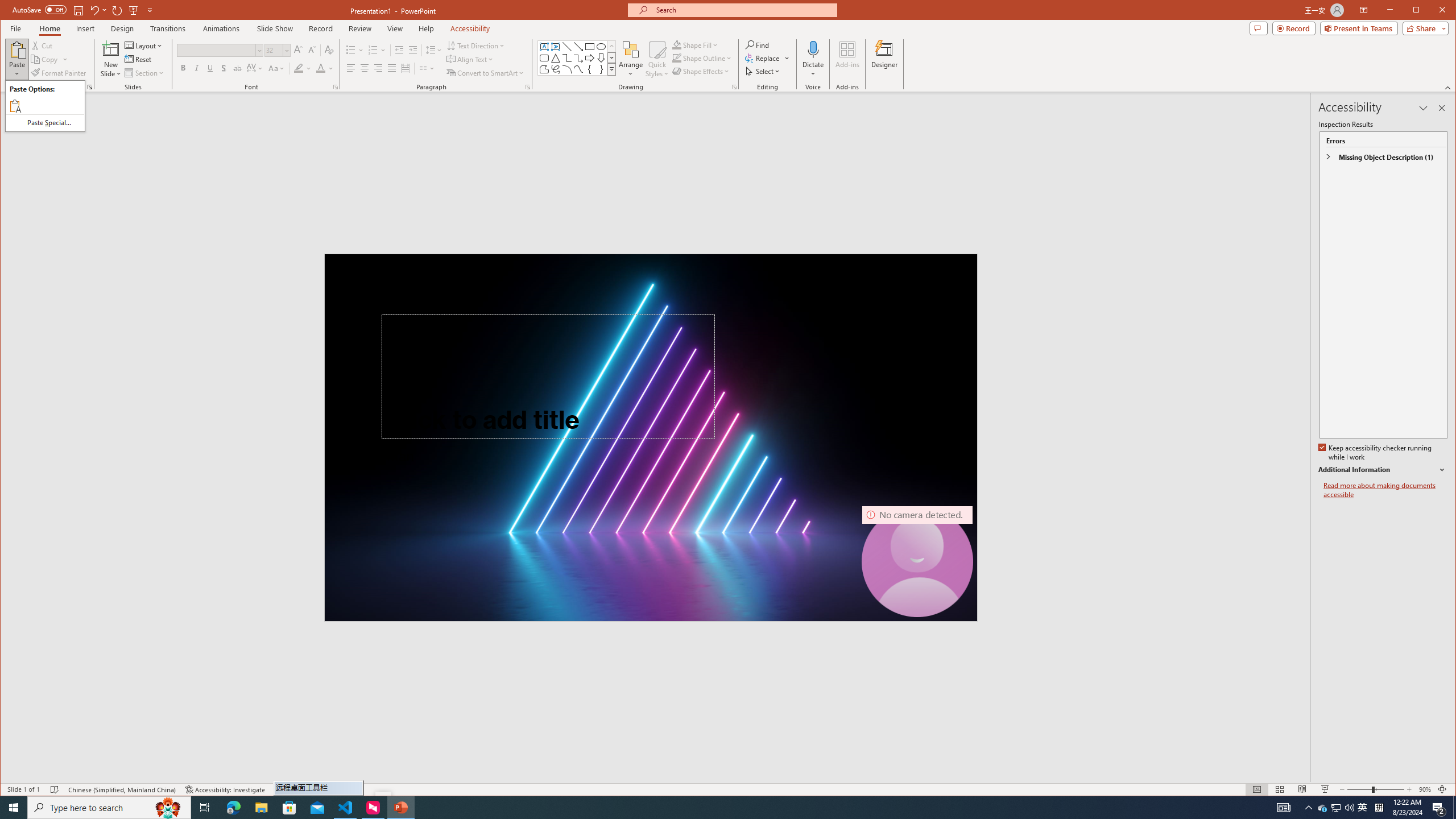 This screenshot has height=819, width=1456. Describe the element at coordinates (651, 436) in the screenshot. I see `'Neon laser lights aligned to form a triangle'` at that location.